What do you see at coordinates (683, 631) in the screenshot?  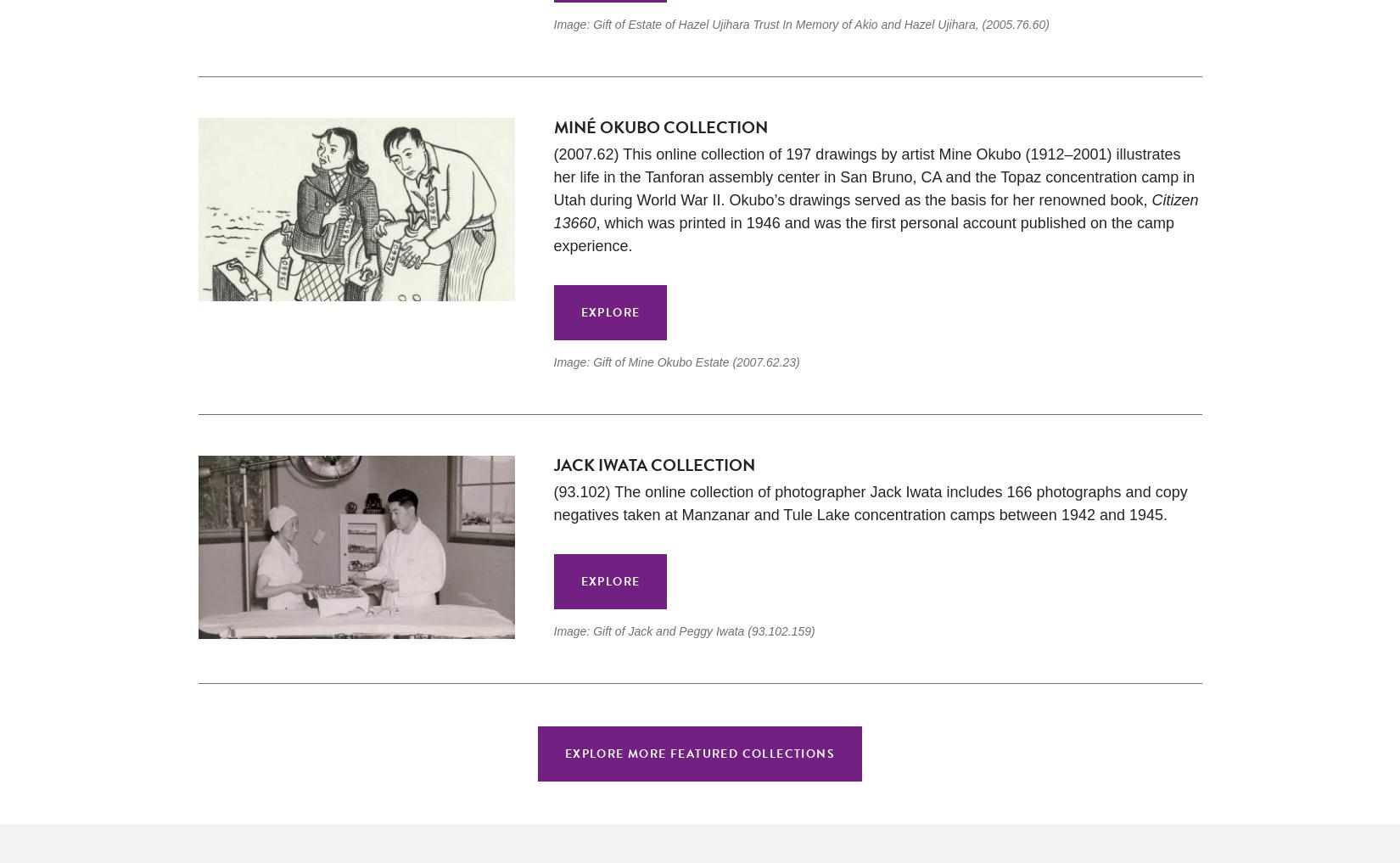 I see `'Image: Gift of Jack and Peggy Iwata (93.102.159)'` at bounding box center [683, 631].